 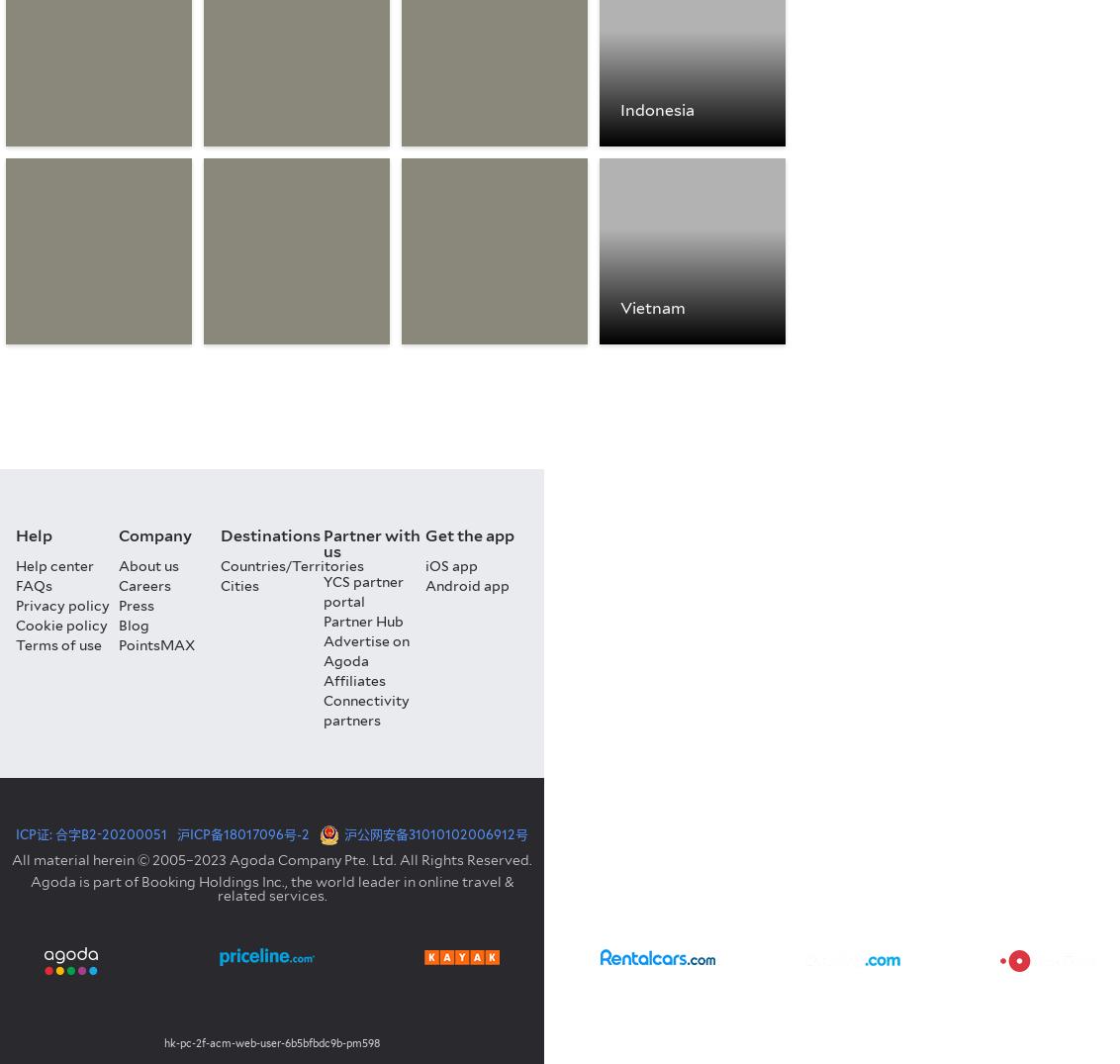 What do you see at coordinates (362, 621) in the screenshot?
I see `'Partner Hub'` at bounding box center [362, 621].